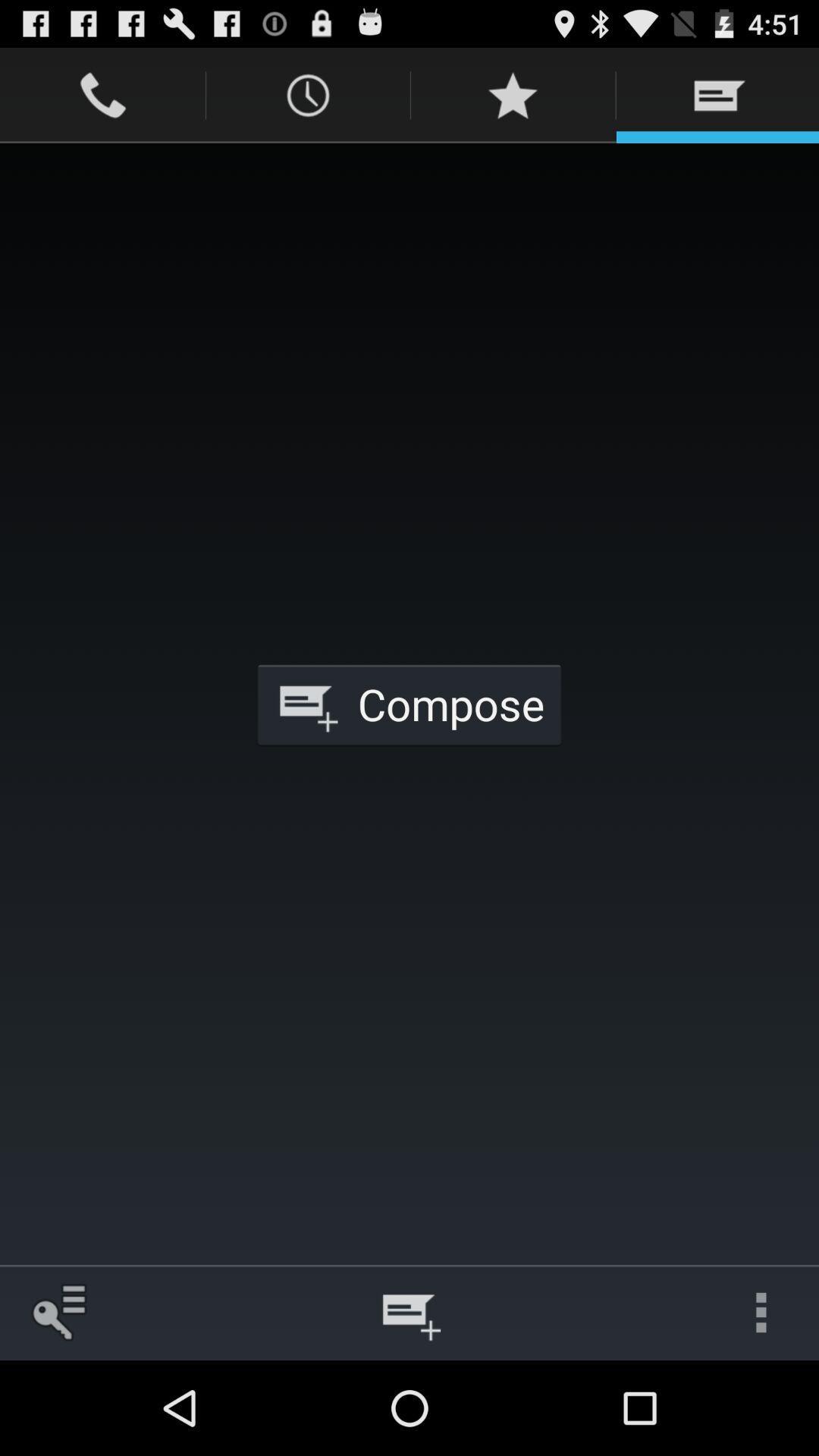 Image resolution: width=819 pixels, height=1456 pixels. Describe the element at coordinates (761, 1312) in the screenshot. I see `the icon at the bottom right corner` at that location.